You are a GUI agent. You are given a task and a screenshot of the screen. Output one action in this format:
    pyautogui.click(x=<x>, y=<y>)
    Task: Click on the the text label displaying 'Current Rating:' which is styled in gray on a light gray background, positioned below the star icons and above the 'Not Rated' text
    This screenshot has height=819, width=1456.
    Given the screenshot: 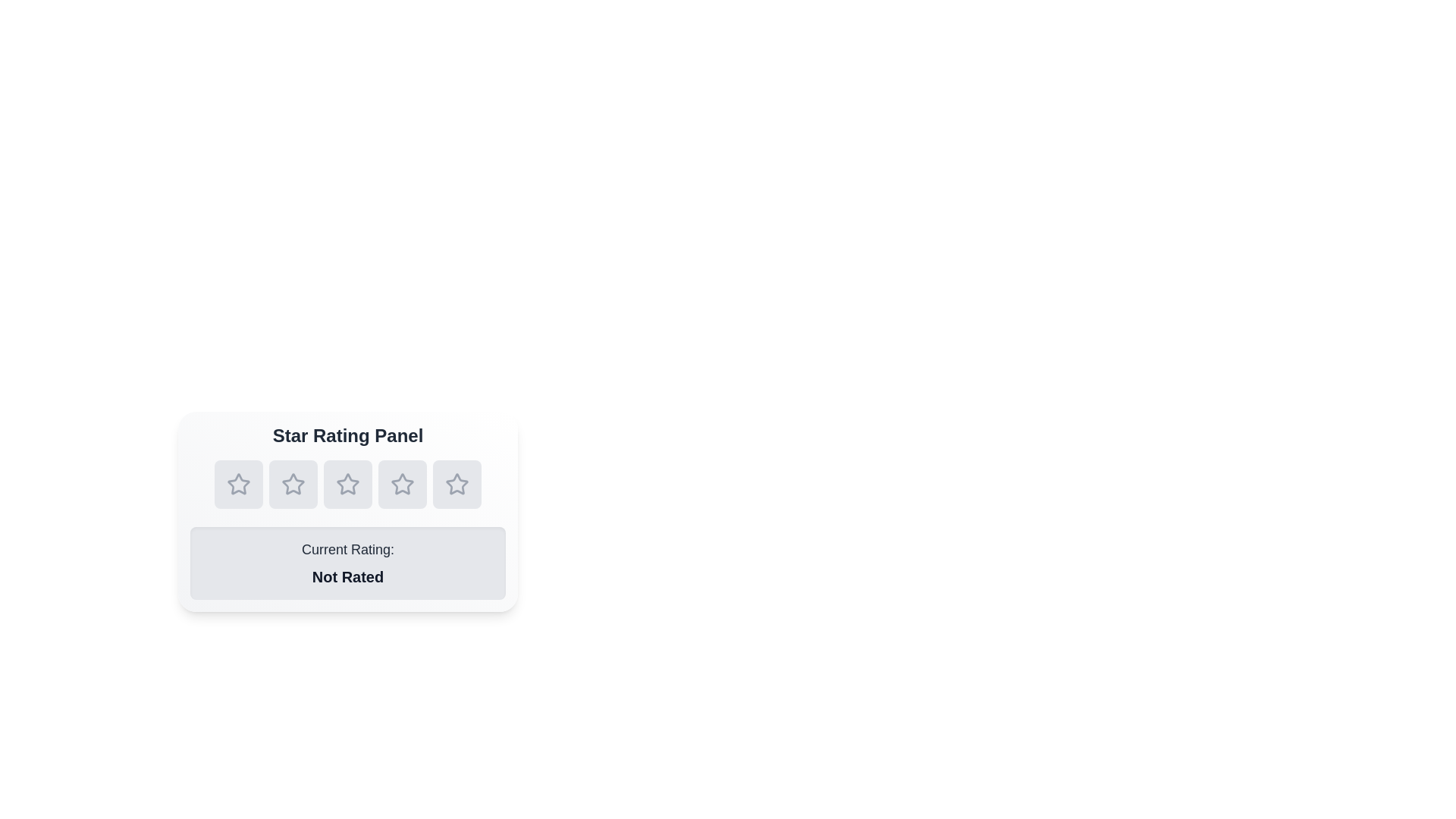 What is the action you would take?
    pyautogui.click(x=347, y=550)
    